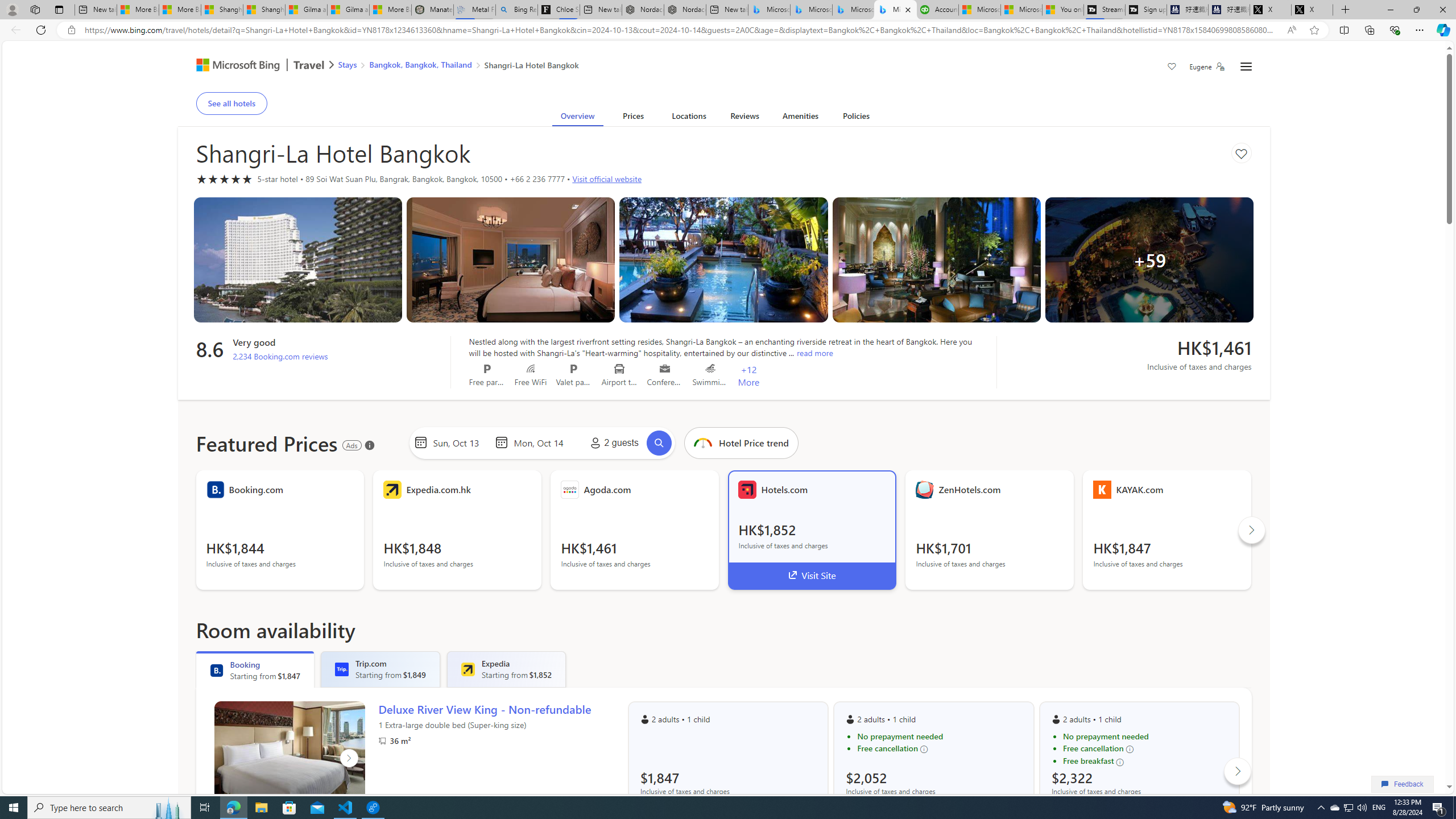 Image resolution: width=1456 pixels, height=819 pixels. I want to click on '2 guests', so click(612, 442).